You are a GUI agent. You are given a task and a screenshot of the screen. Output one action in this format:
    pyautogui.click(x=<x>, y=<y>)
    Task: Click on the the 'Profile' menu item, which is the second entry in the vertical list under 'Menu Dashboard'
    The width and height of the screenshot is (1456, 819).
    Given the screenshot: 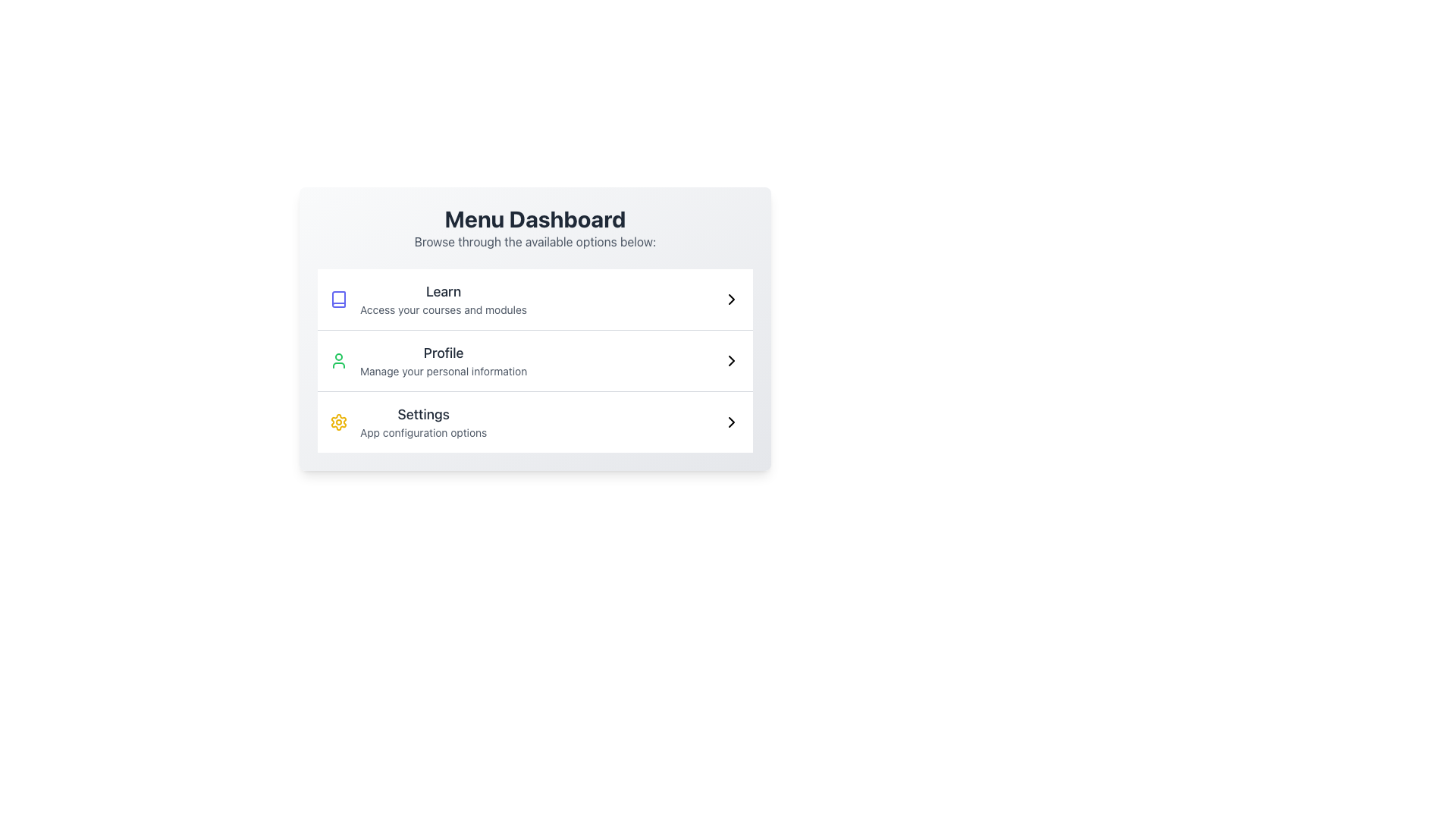 What is the action you would take?
    pyautogui.click(x=535, y=360)
    